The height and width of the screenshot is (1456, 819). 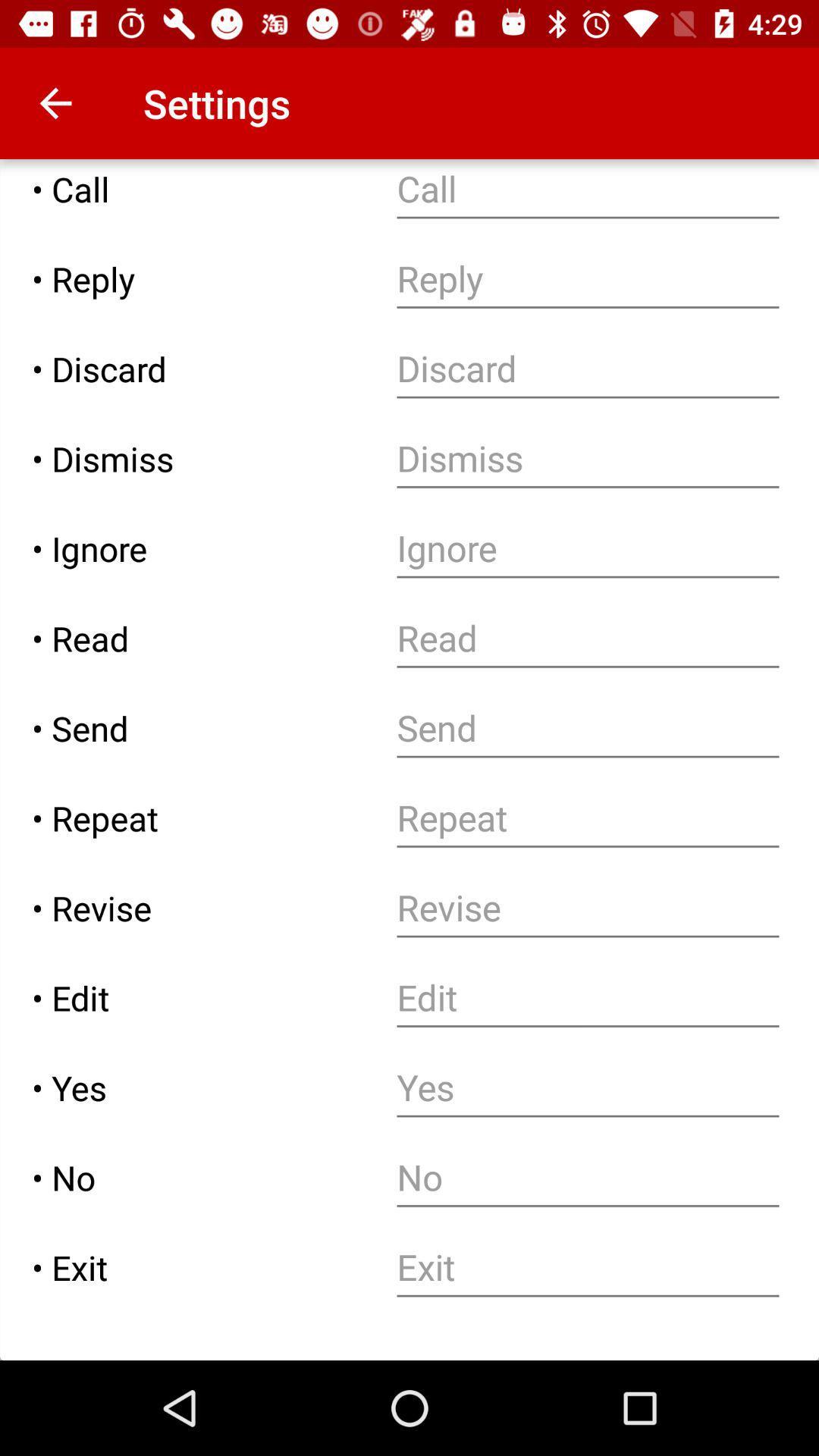 I want to click on change answer, so click(x=587, y=1087).